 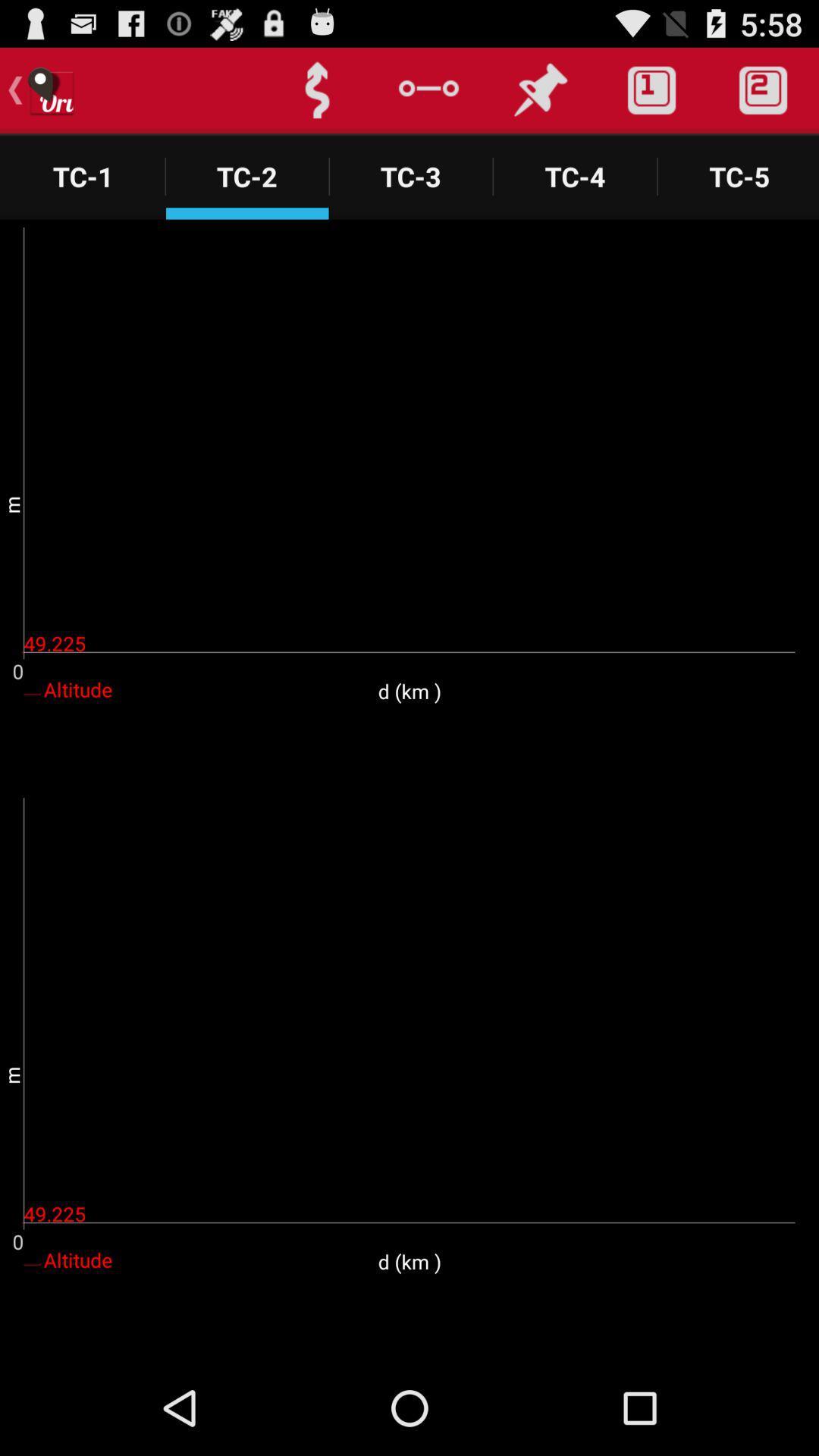 What do you see at coordinates (539, 89) in the screenshot?
I see `pin this` at bounding box center [539, 89].